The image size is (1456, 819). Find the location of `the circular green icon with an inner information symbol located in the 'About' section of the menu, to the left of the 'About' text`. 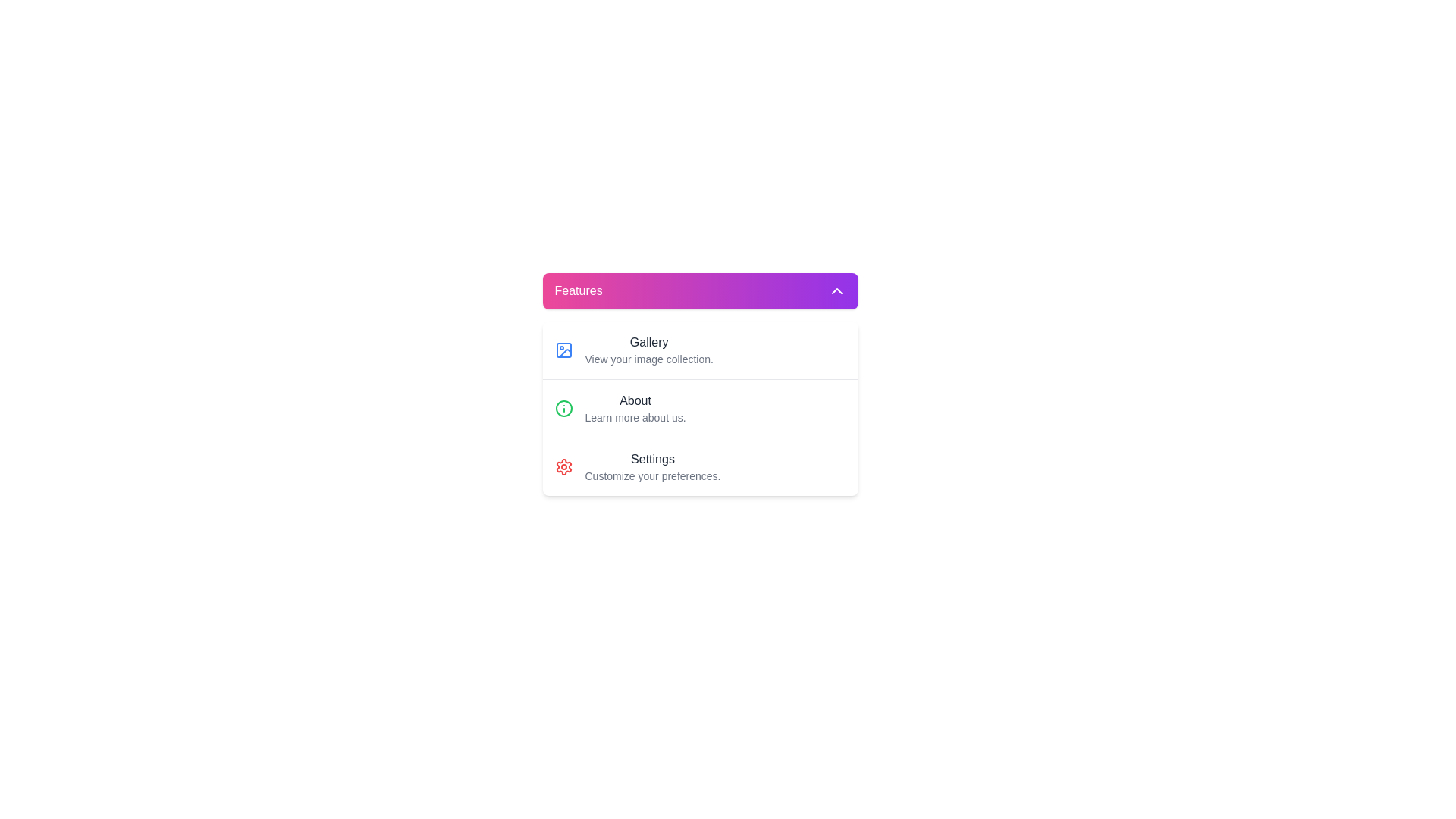

the circular green icon with an inner information symbol located in the 'About' section of the menu, to the left of the 'About' text is located at coordinates (563, 408).